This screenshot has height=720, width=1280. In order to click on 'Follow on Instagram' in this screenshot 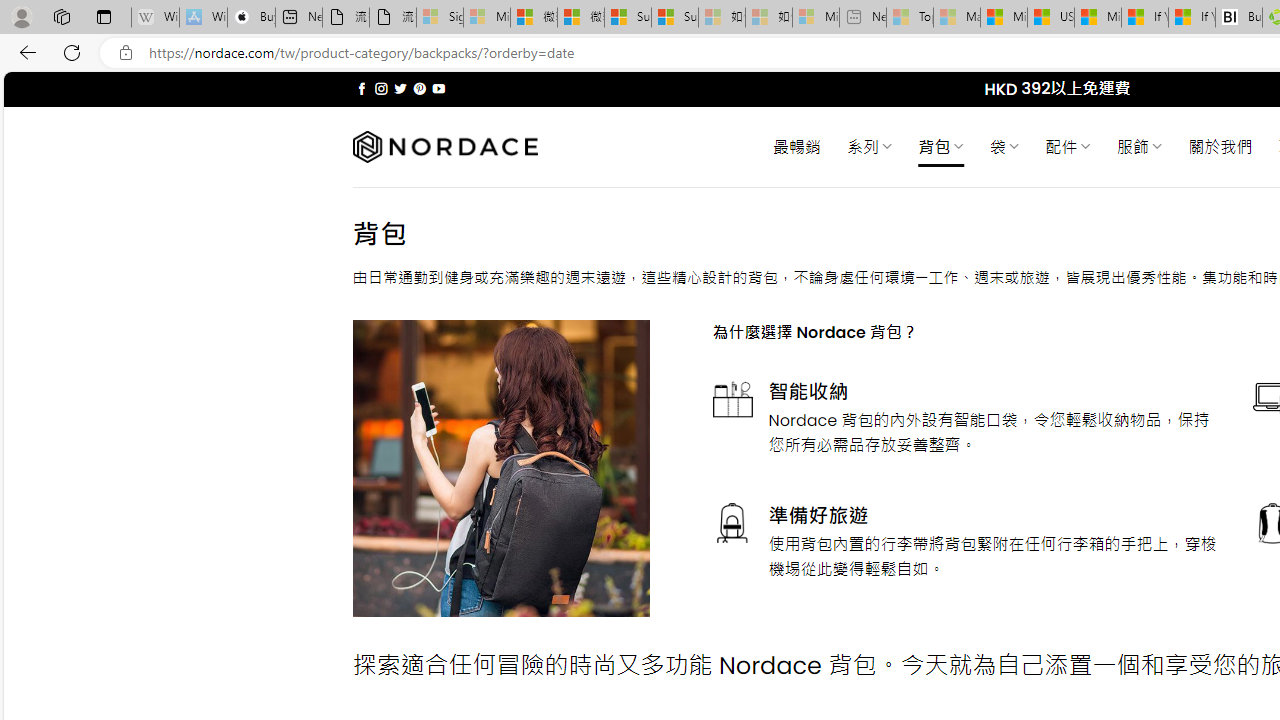, I will do `click(381, 88)`.